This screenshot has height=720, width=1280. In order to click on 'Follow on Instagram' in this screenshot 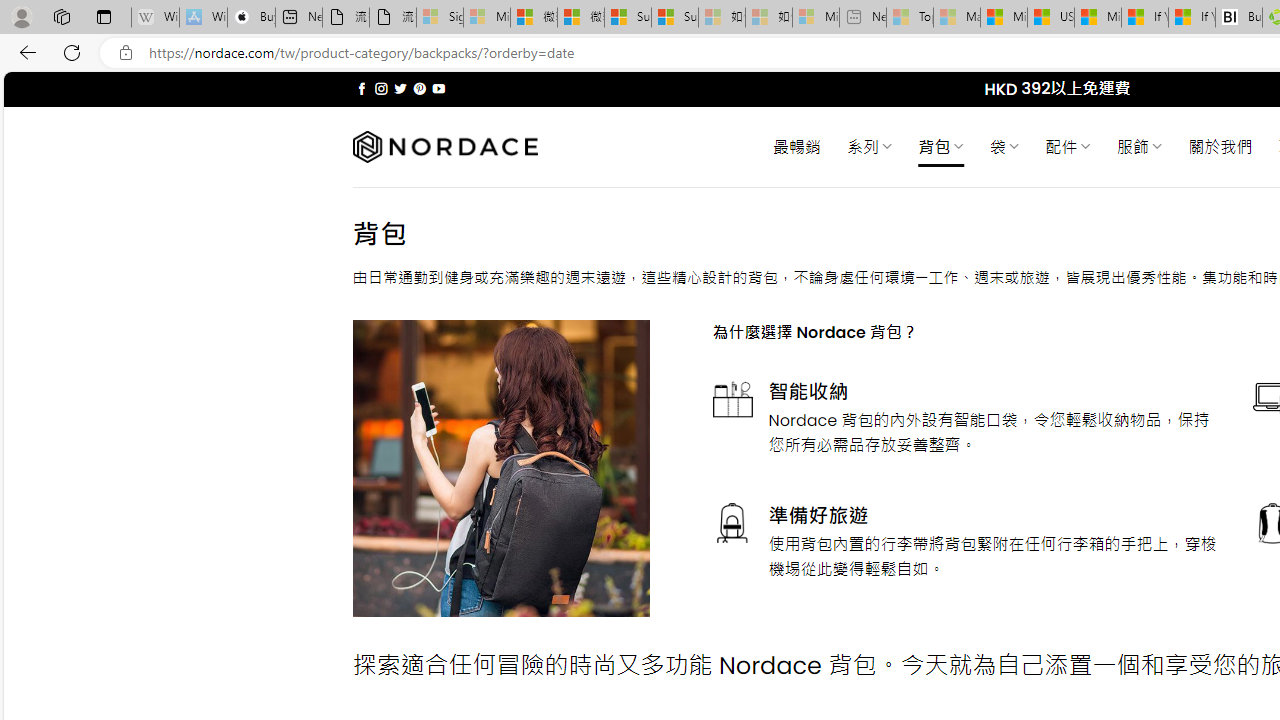, I will do `click(381, 88)`.